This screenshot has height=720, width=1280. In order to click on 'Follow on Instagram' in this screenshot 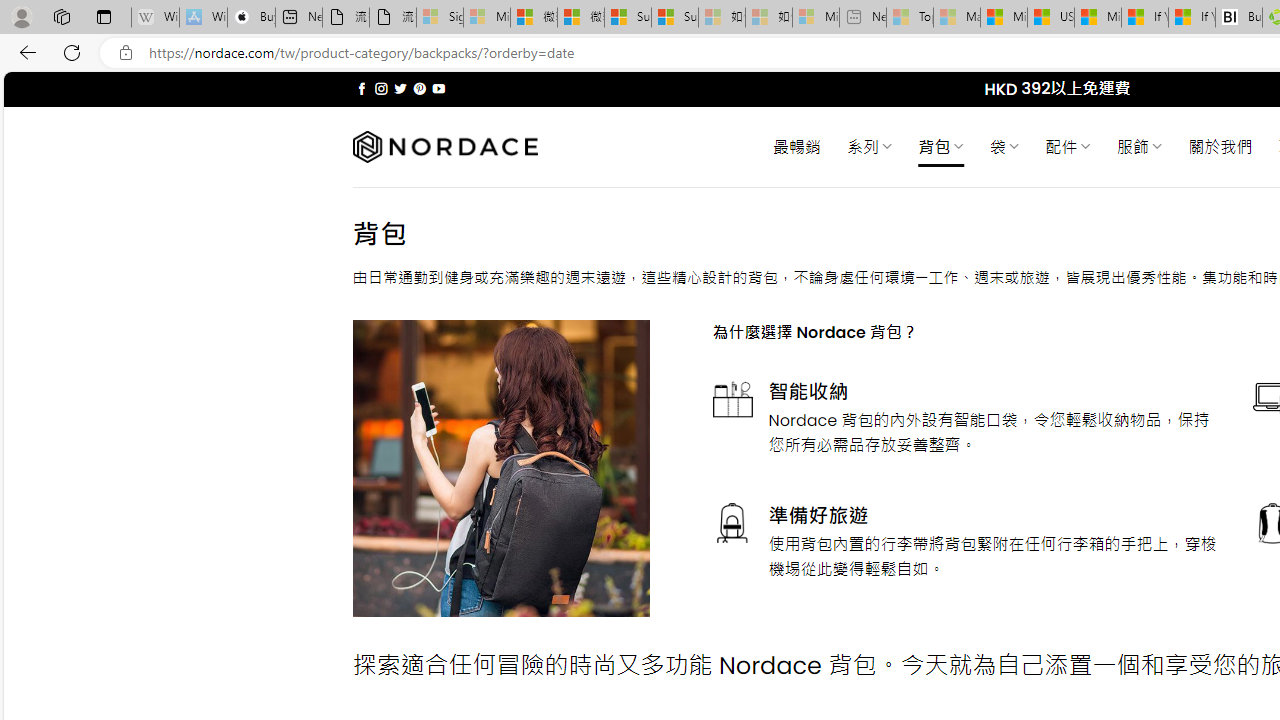, I will do `click(381, 88)`.